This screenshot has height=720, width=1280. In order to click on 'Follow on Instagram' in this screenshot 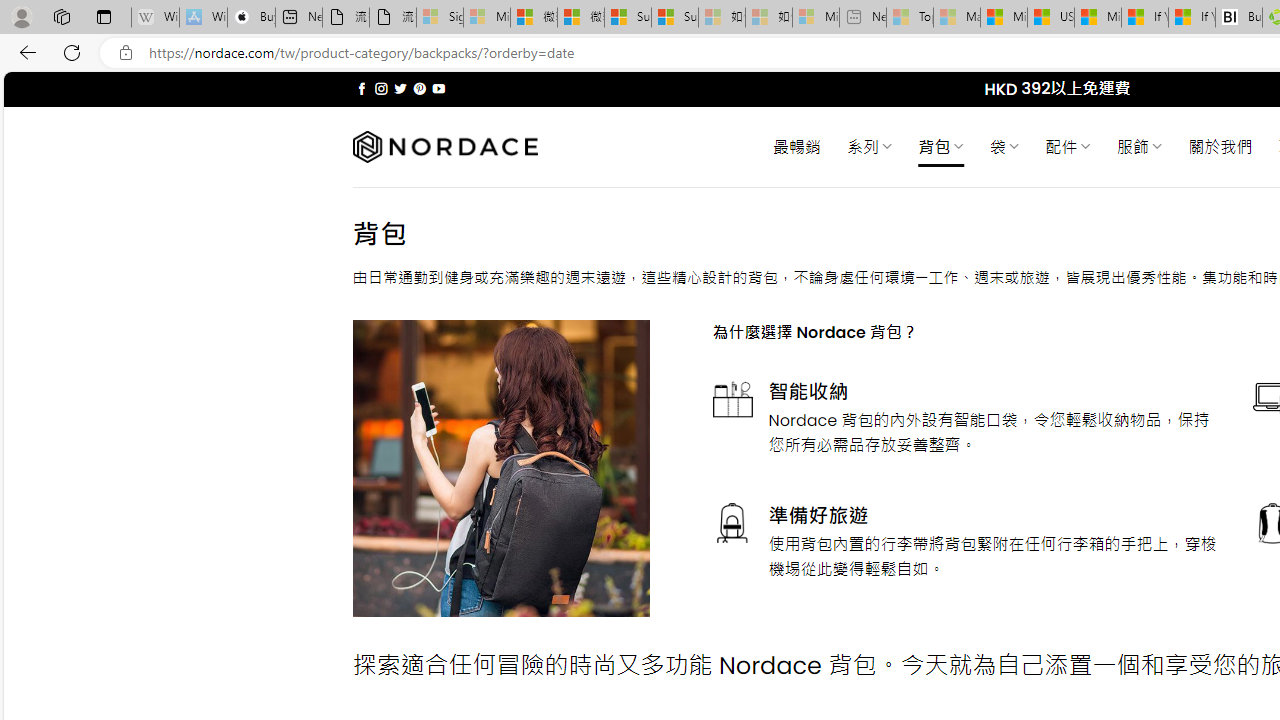, I will do `click(381, 88)`.